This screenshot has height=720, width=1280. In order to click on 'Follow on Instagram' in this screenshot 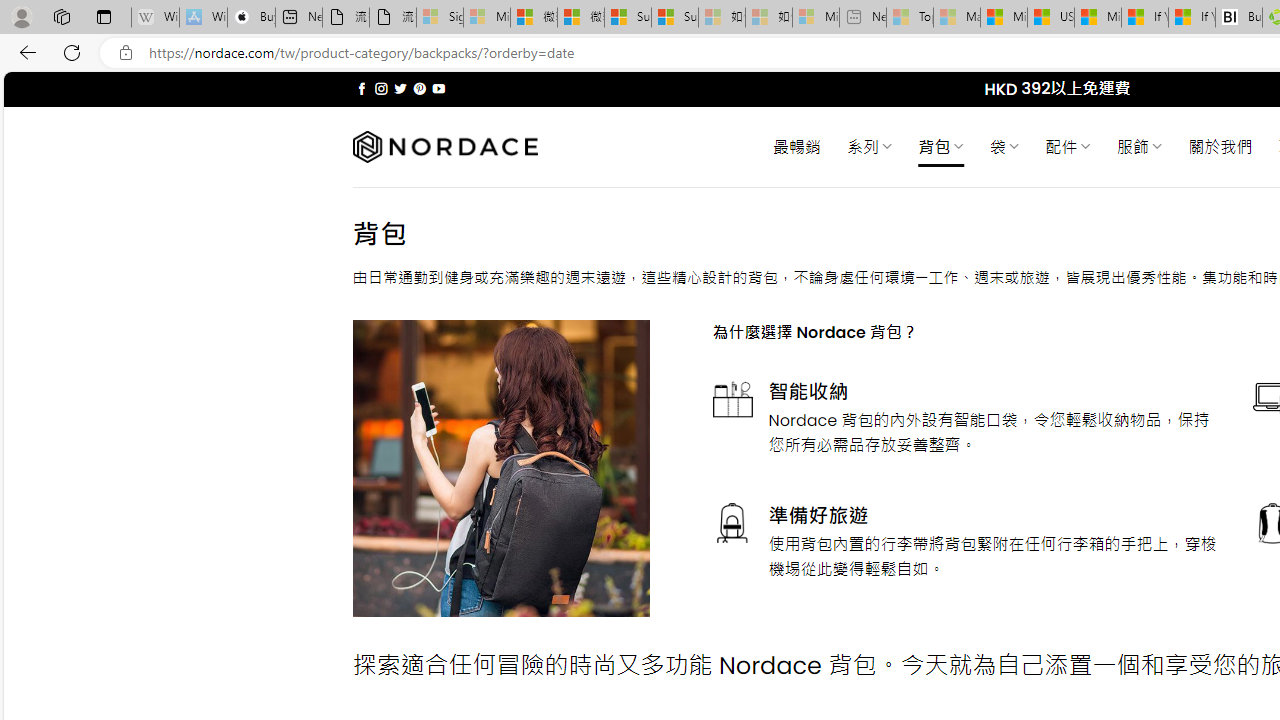, I will do `click(381, 88)`.